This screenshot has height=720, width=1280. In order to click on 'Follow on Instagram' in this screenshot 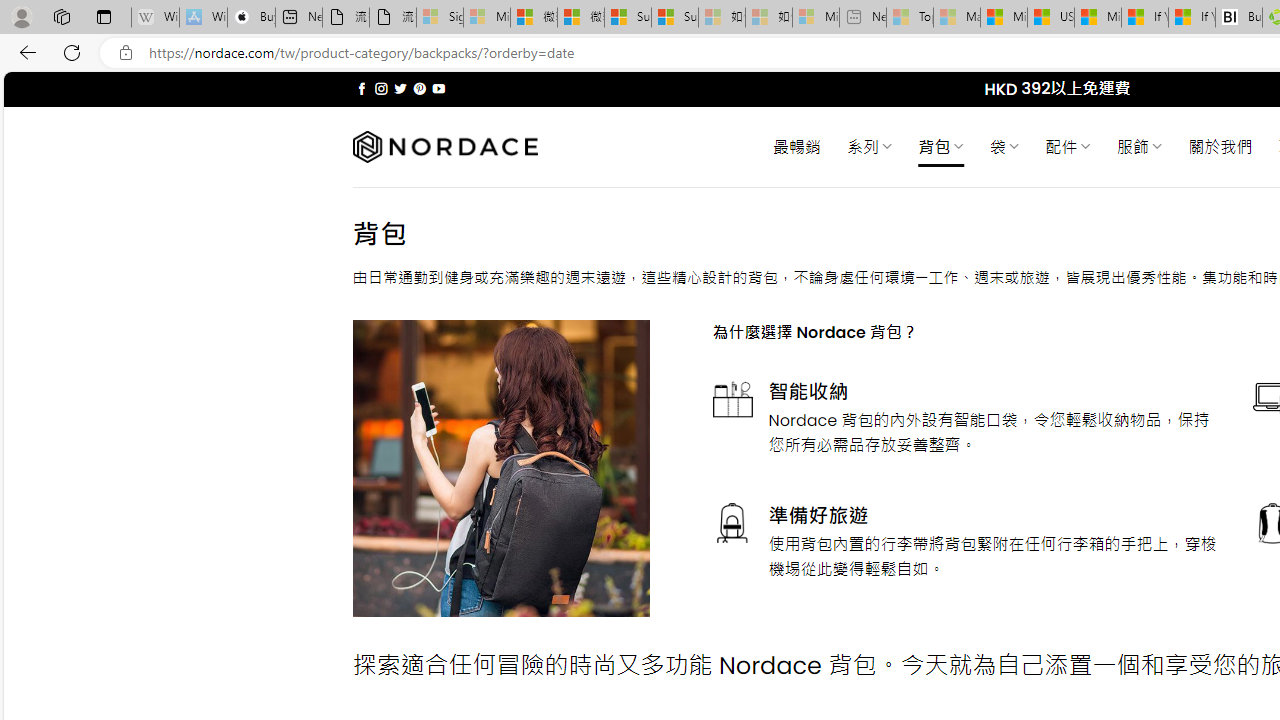, I will do `click(381, 88)`.